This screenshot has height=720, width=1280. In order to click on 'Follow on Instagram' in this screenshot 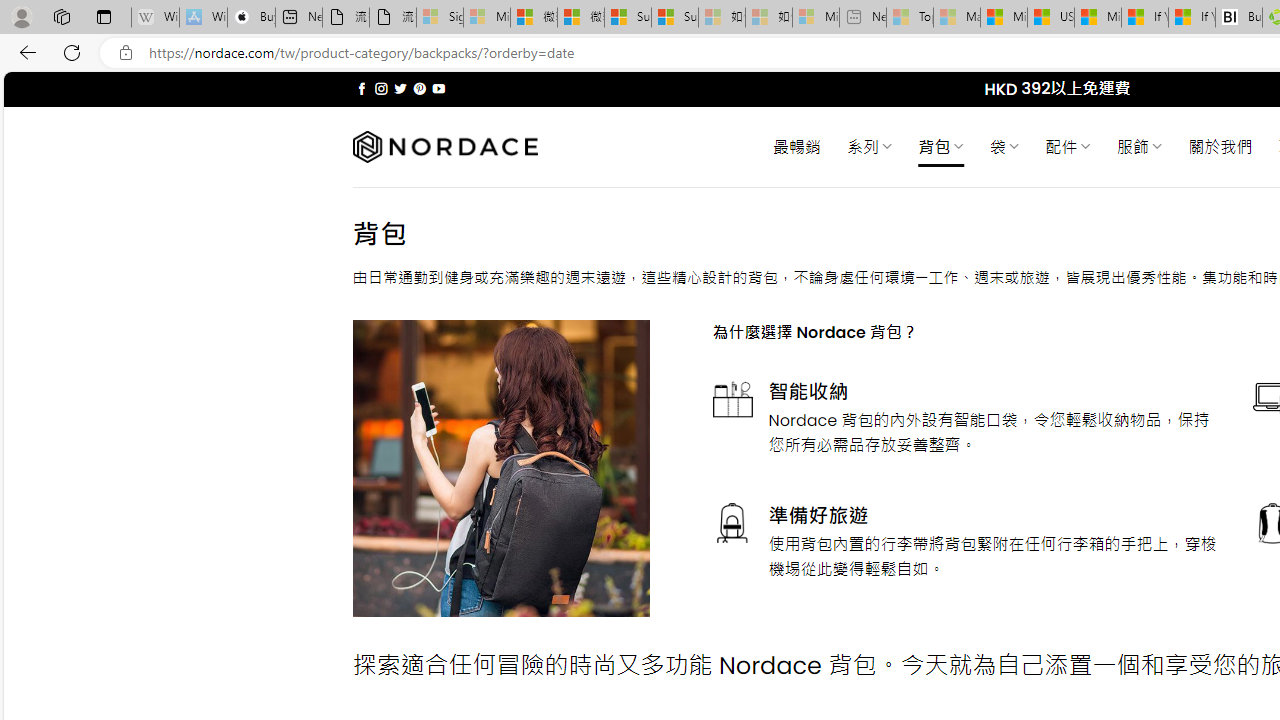, I will do `click(381, 88)`.